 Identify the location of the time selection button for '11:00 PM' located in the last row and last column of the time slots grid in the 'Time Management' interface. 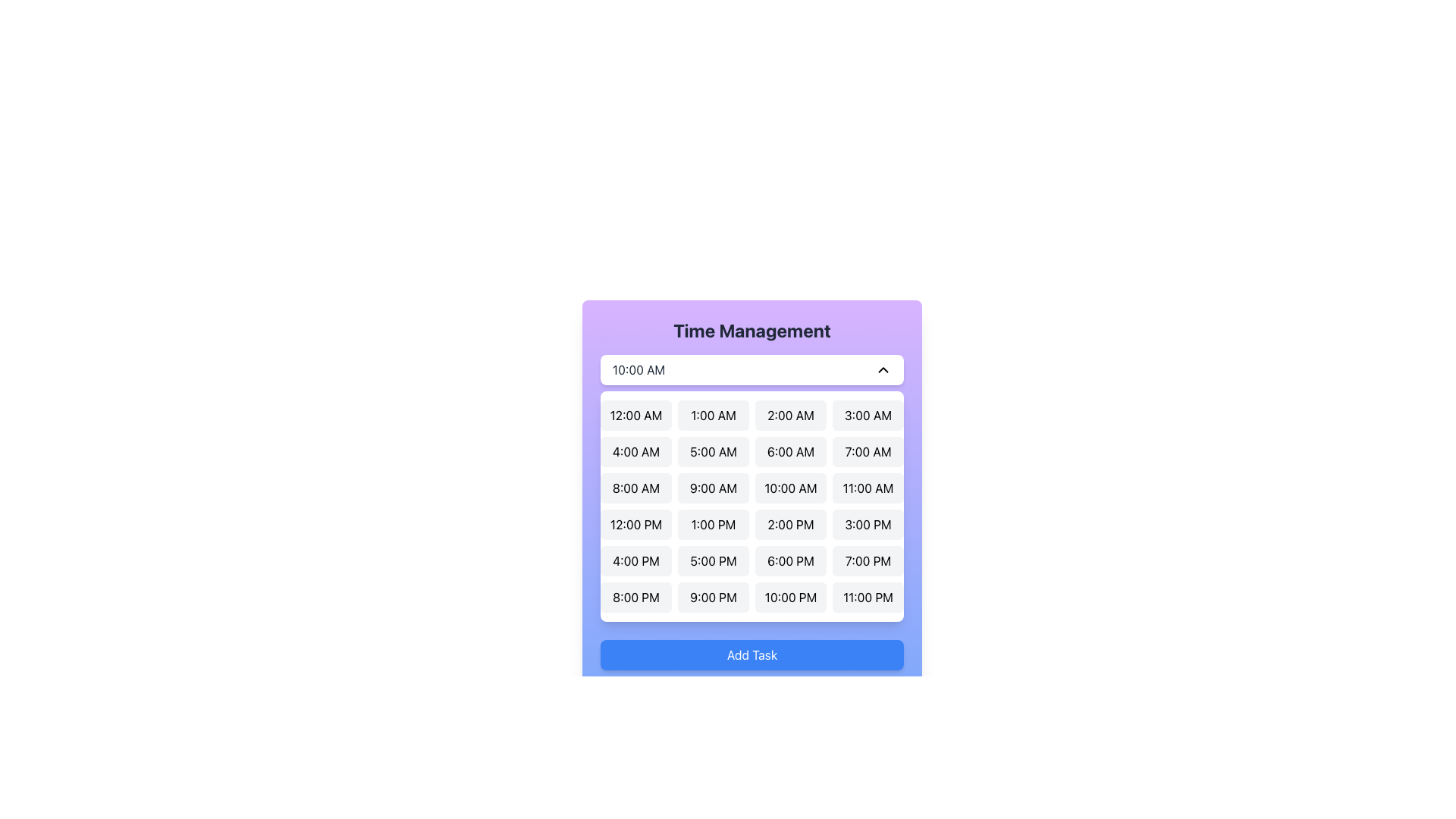
(868, 596).